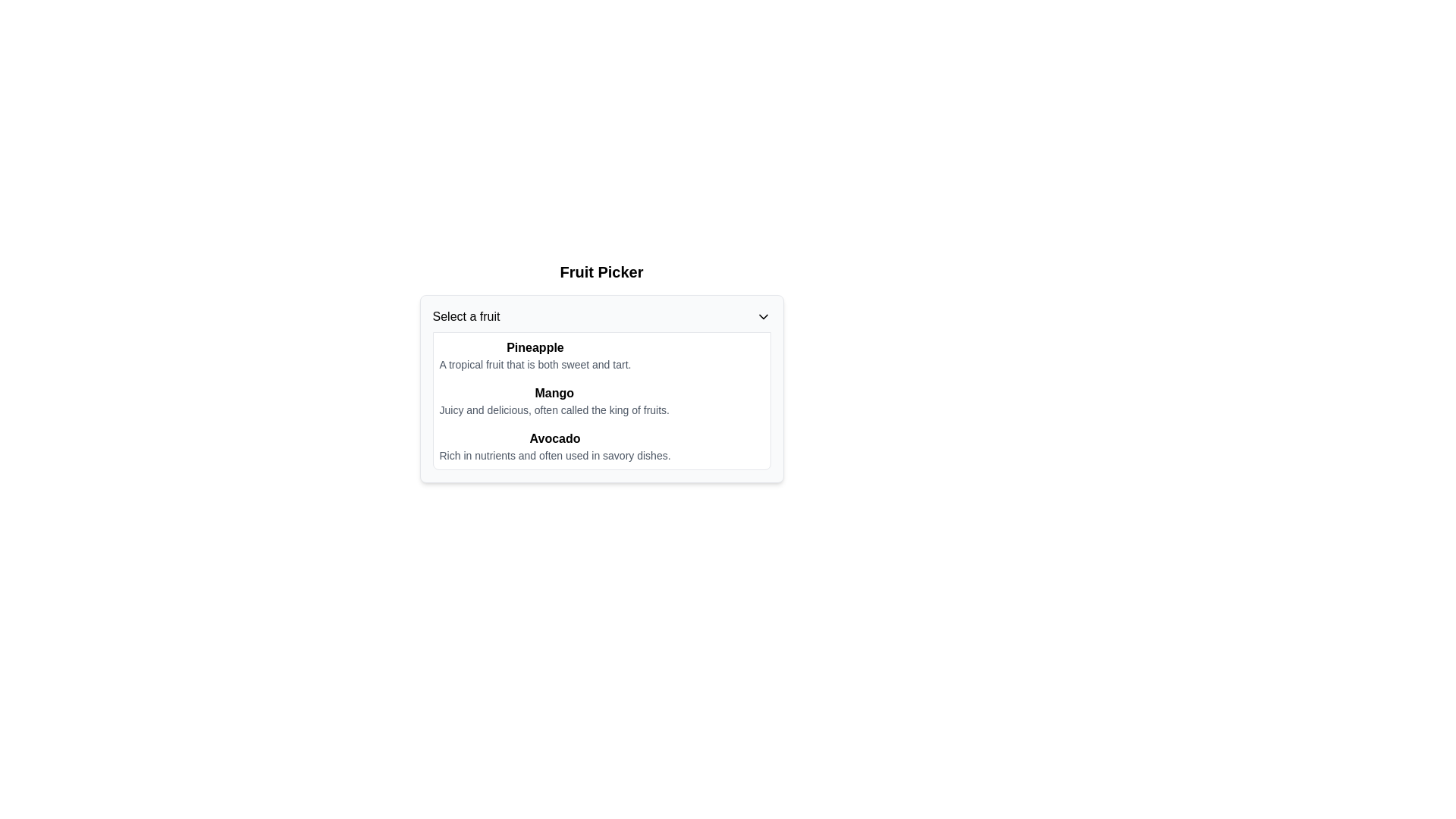  Describe the element at coordinates (601, 372) in the screenshot. I see `the Dropdown menu for fruit selection, which is centrally aligned below the title 'Fruit Picker' in the dialog box` at that location.